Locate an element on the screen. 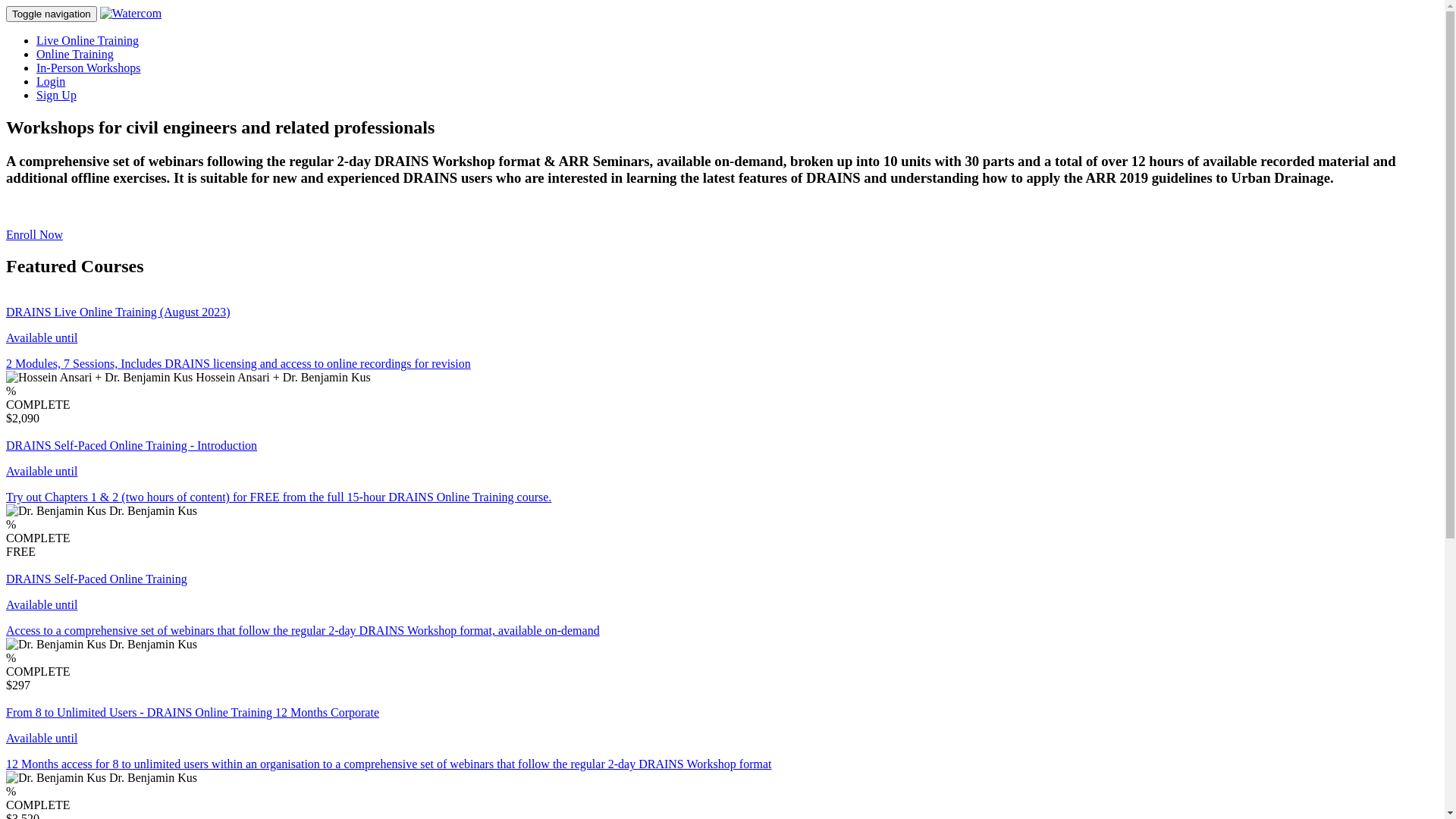 The height and width of the screenshot is (819, 1456). 'Sign Up' is located at coordinates (56, 95).